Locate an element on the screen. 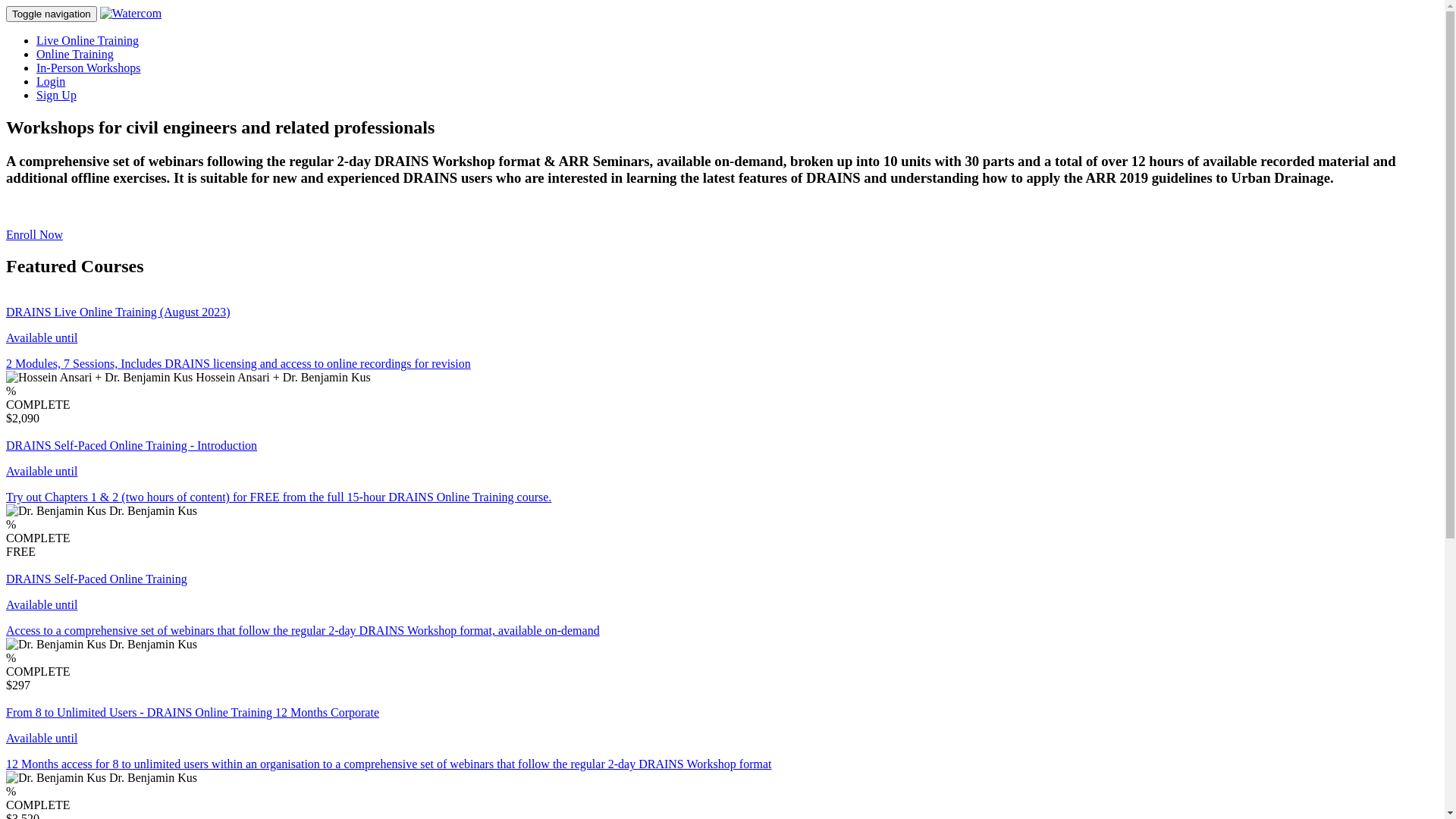 The height and width of the screenshot is (819, 1456). 'Sign Up' is located at coordinates (56, 95).